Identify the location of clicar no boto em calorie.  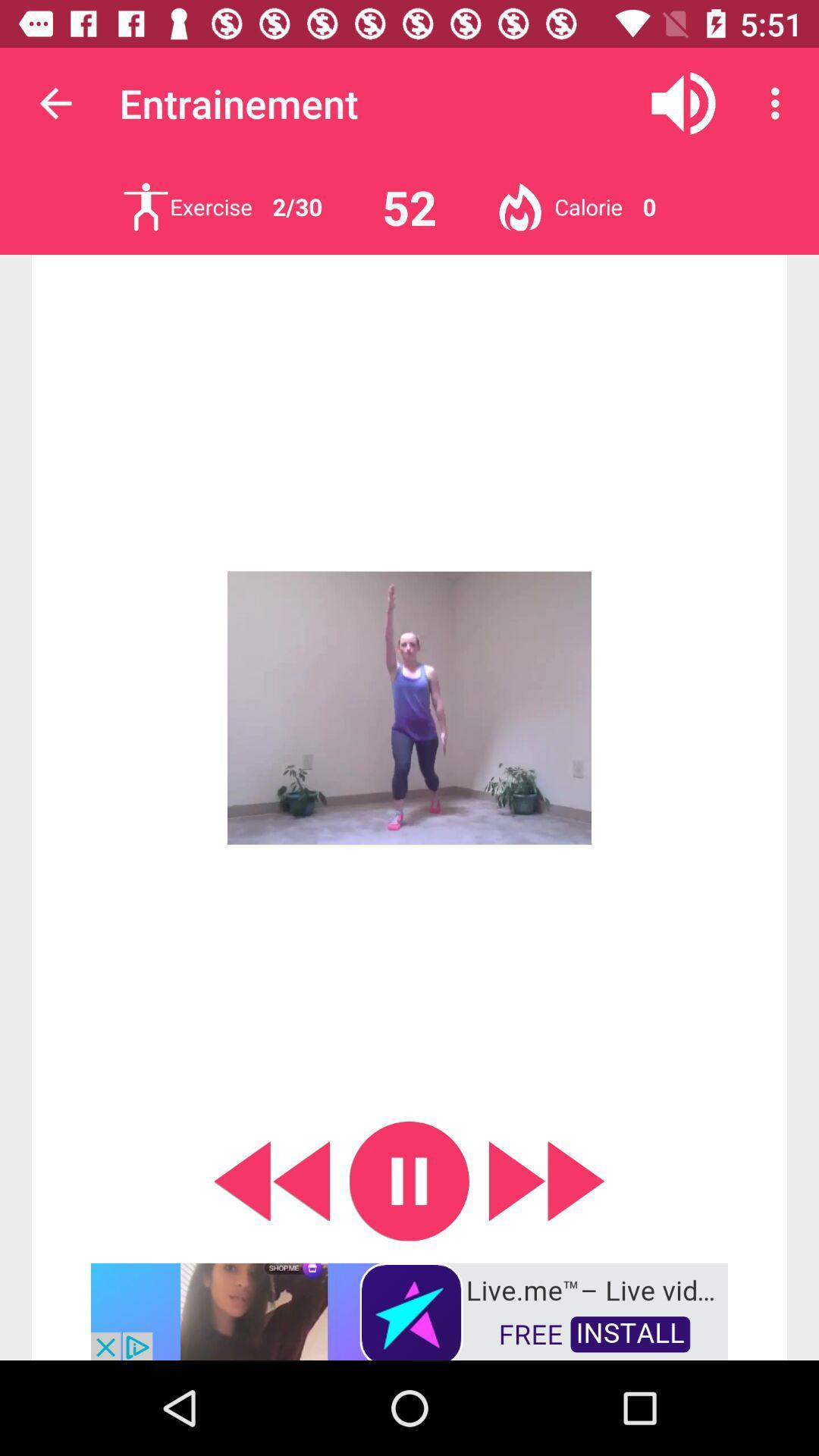
(519, 206).